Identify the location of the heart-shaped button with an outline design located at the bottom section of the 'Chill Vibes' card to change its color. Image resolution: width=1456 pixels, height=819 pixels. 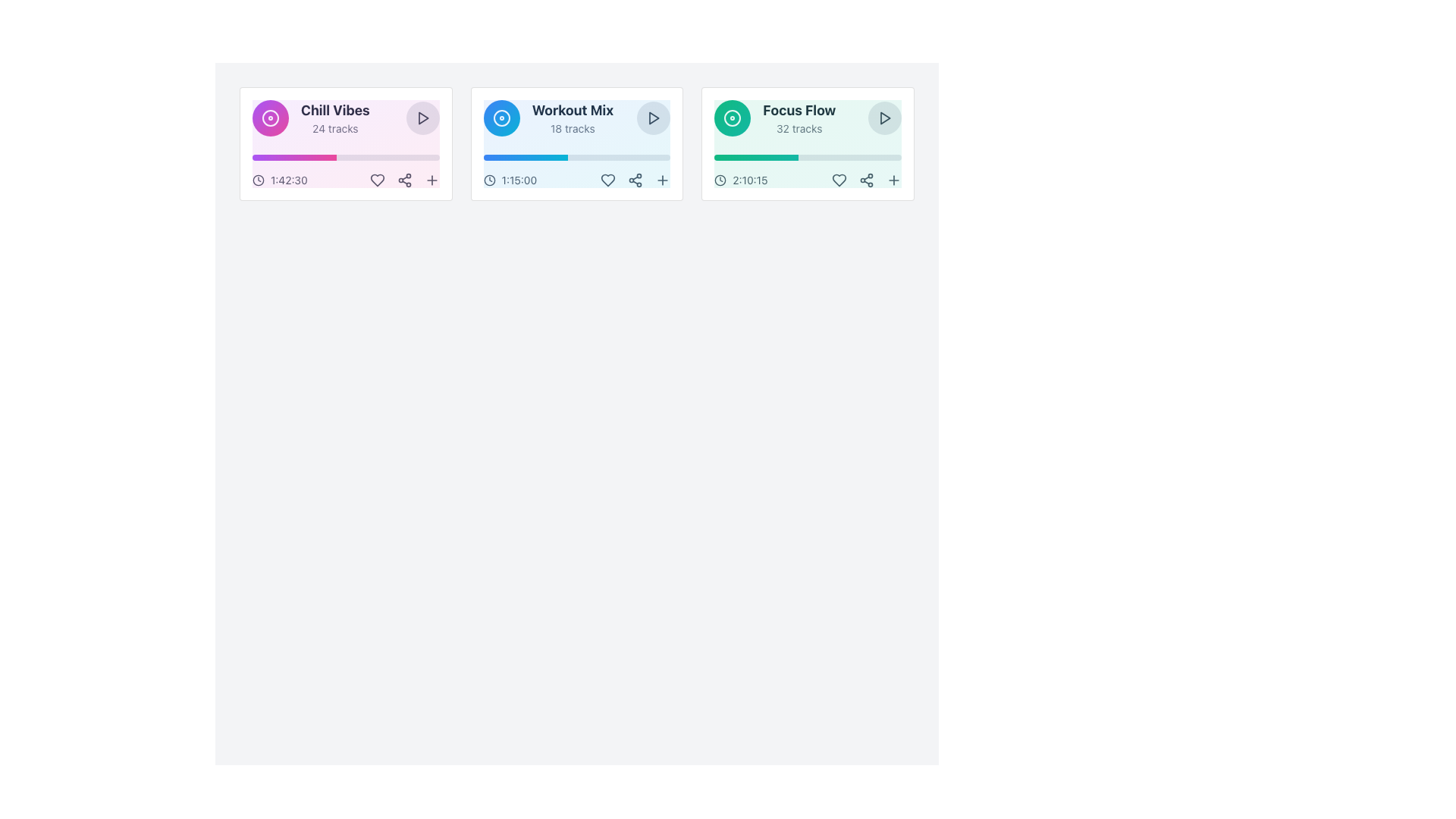
(377, 180).